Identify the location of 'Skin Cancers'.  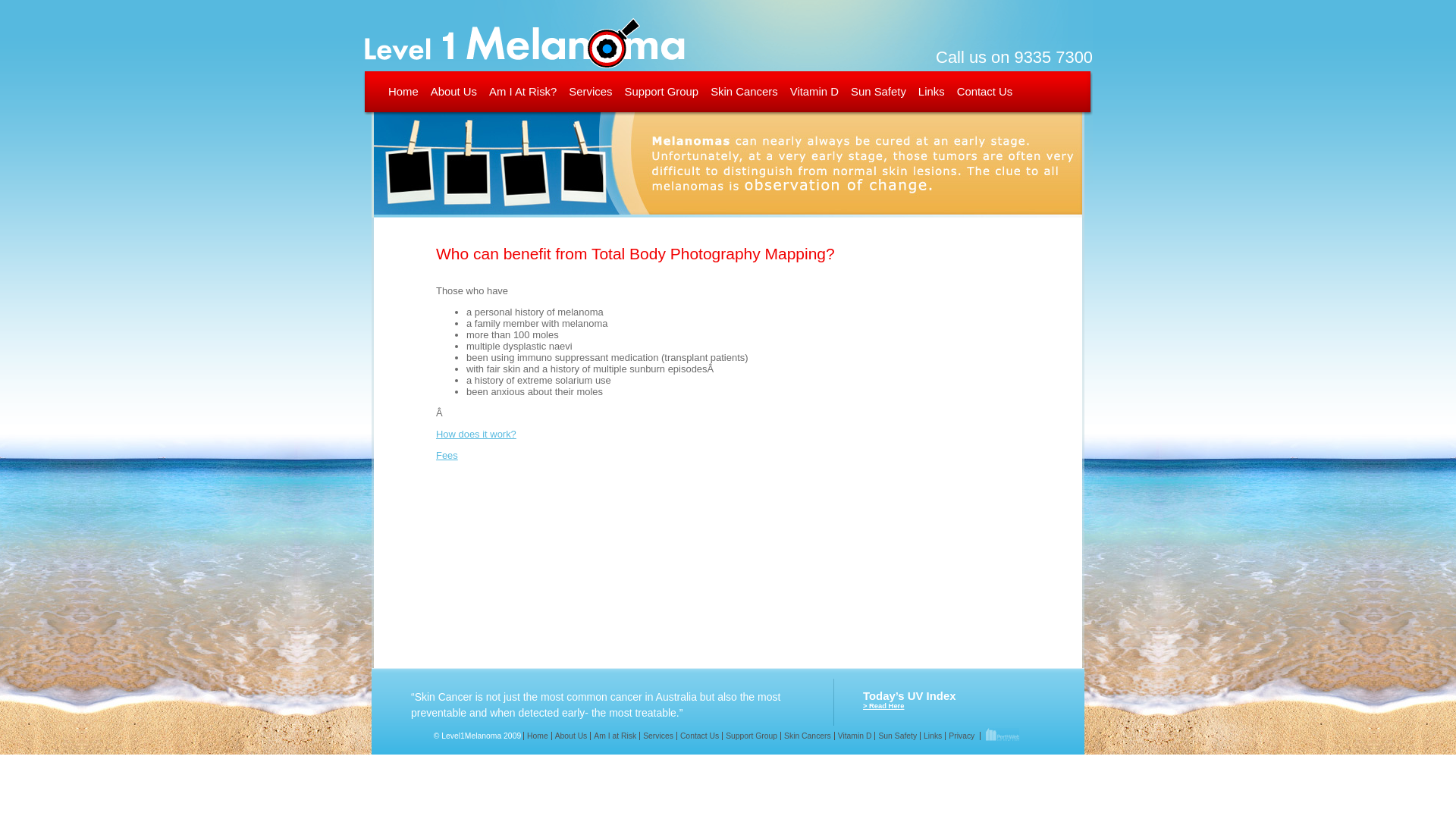
(744, 91).